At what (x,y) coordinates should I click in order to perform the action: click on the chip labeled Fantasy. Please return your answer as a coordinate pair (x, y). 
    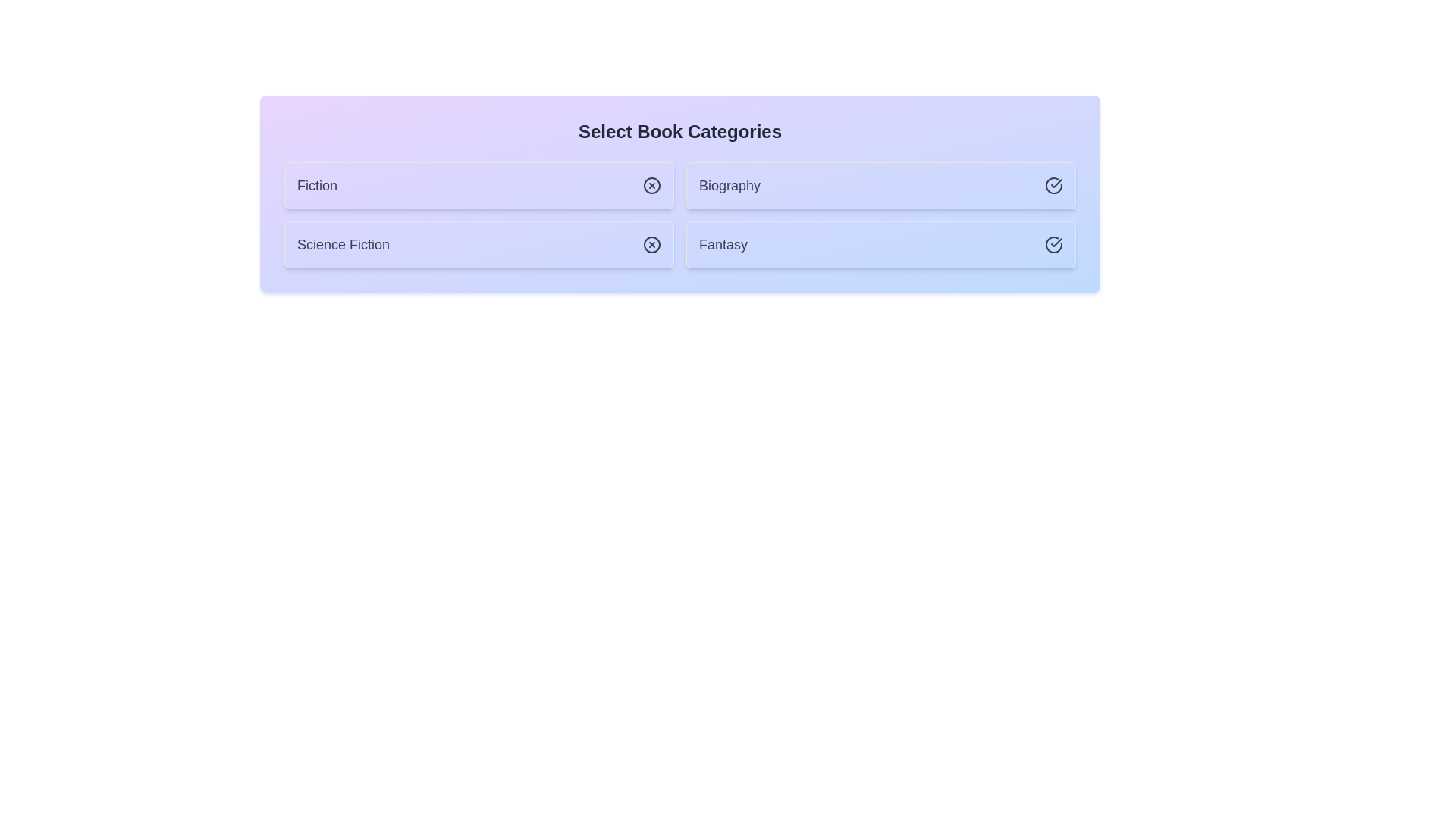
    Looking at the image, I should click on (880, 244).